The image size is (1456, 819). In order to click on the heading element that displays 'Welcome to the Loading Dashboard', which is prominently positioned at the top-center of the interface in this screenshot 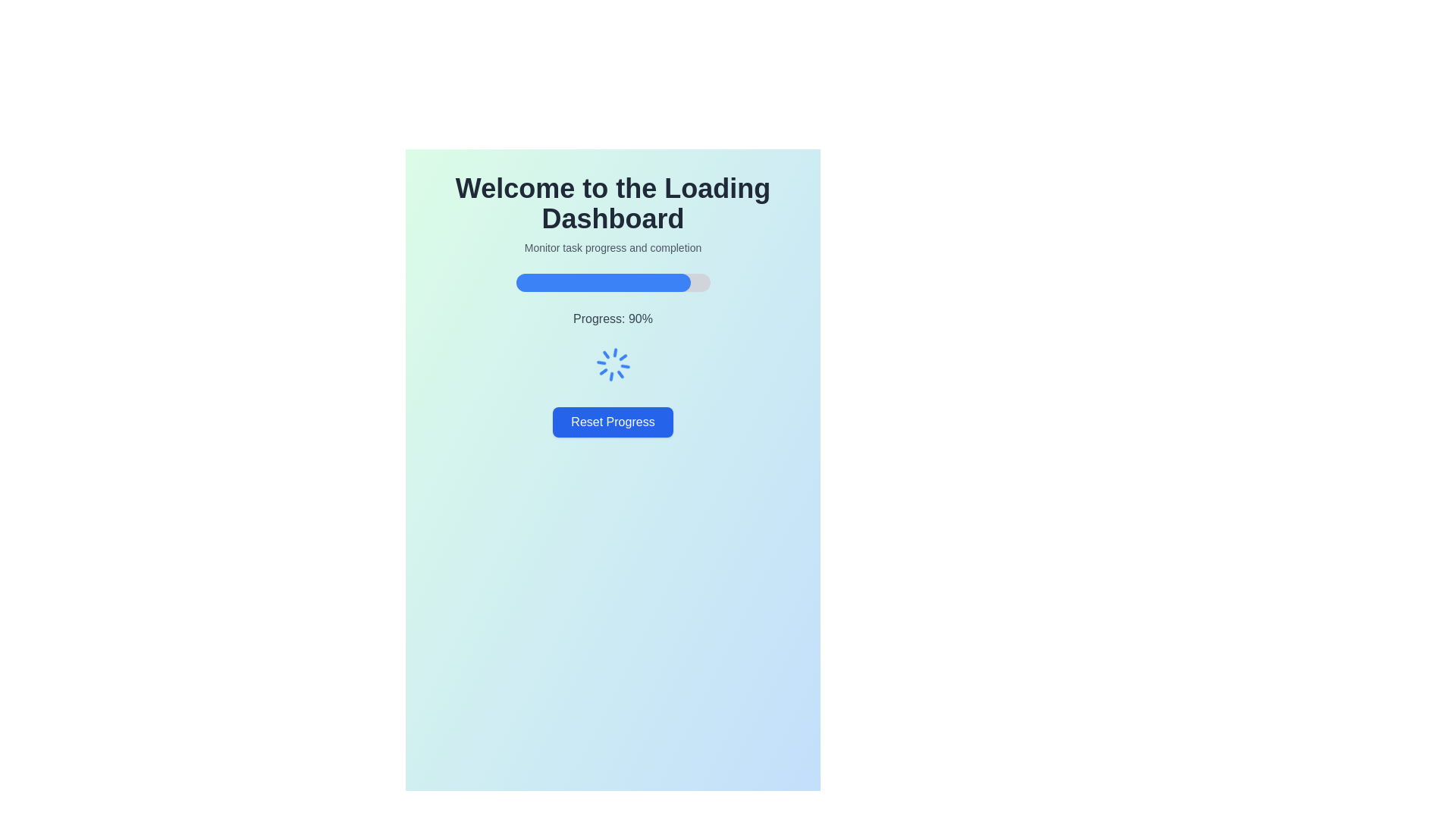, I will do `click(613, 203)`.